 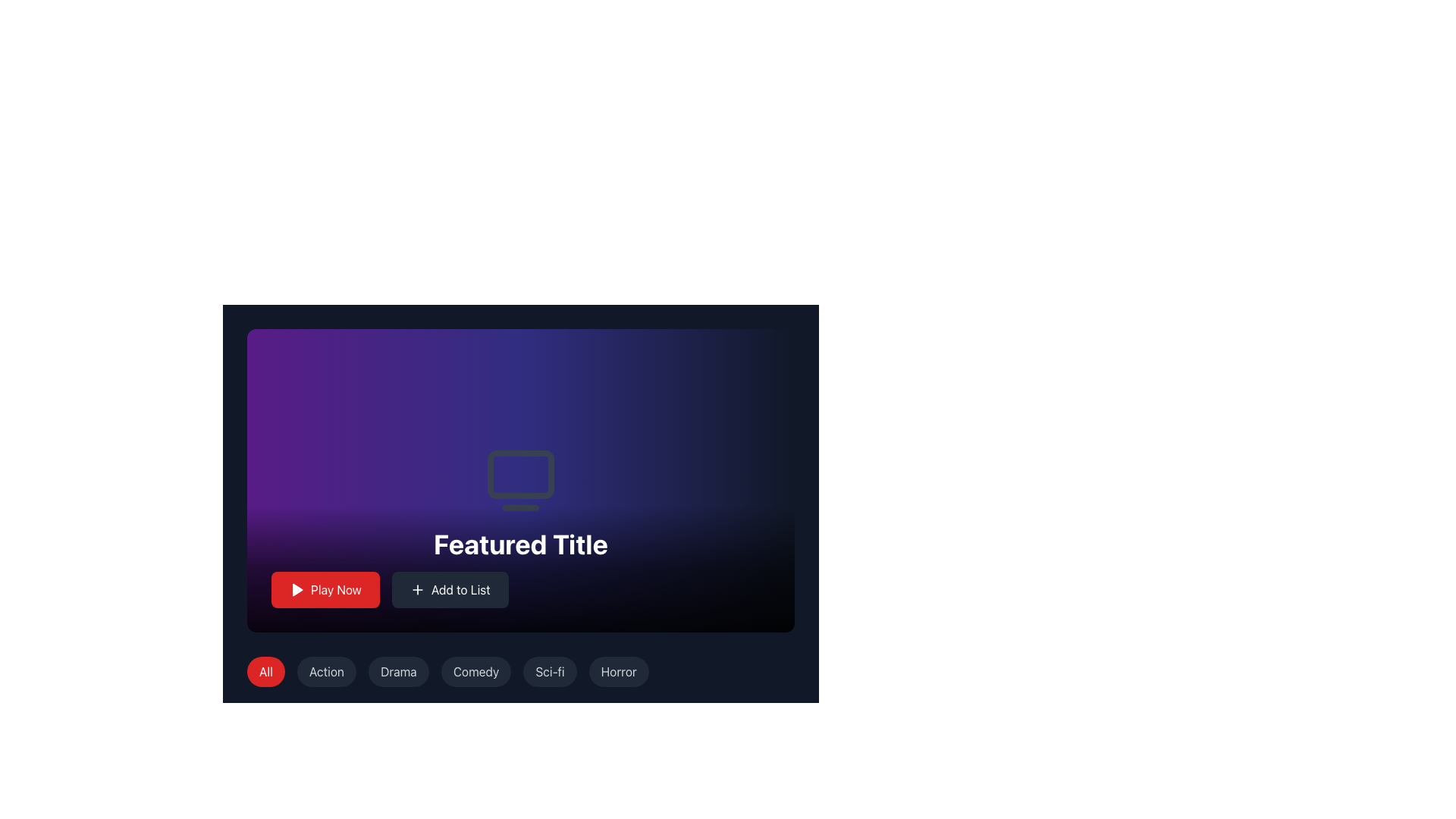 What do you see at coordinates (326, 671) in the screenshot?
I see `the 'Action' button, which is the second button from the left in a horizontal list, featuring a dark gray background and light gray text` at bounding box center [326, 671].